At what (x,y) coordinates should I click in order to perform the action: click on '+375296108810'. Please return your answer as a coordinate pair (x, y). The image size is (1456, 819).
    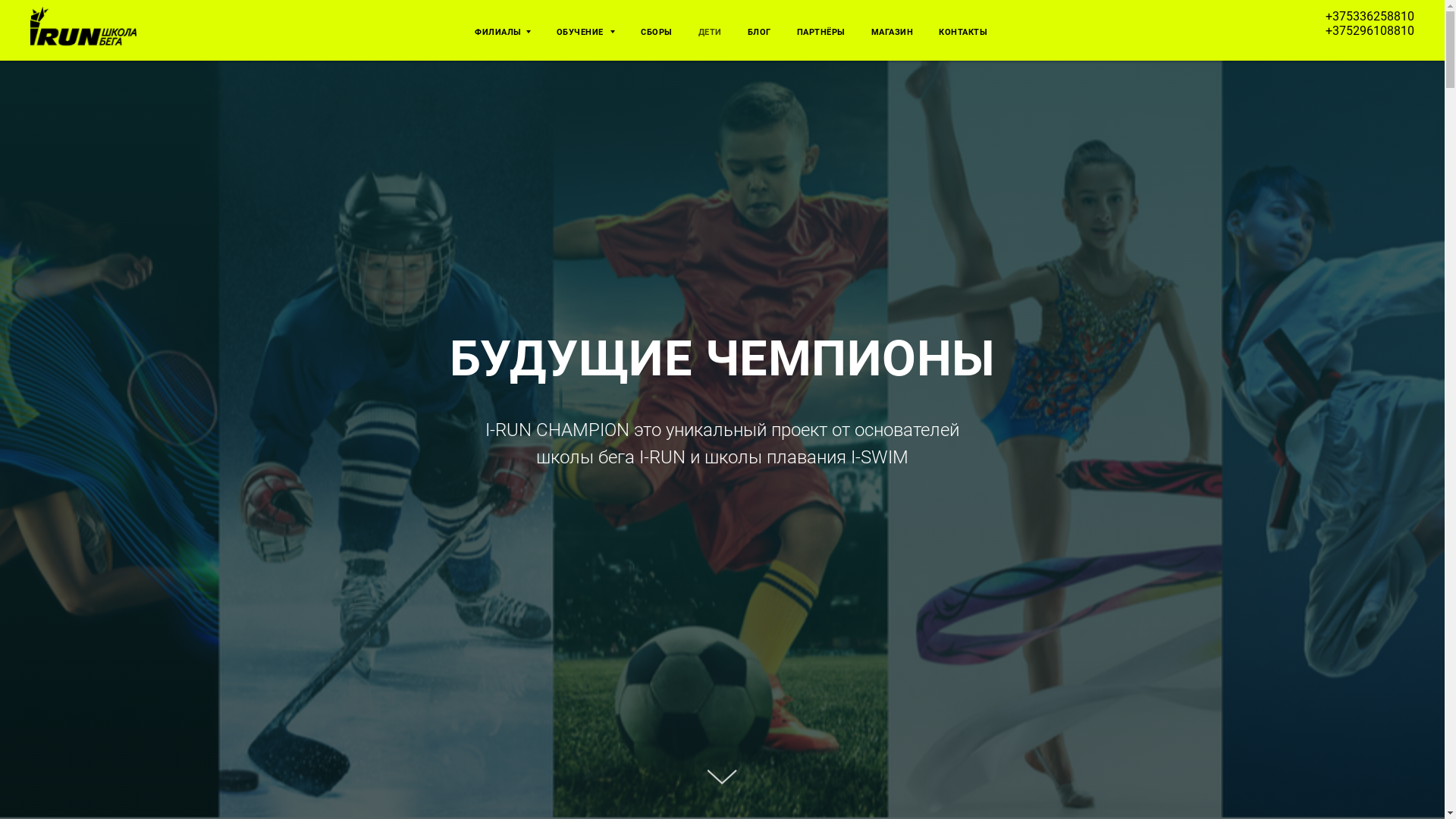
    Looking at the image, I should click on (1324, 30).